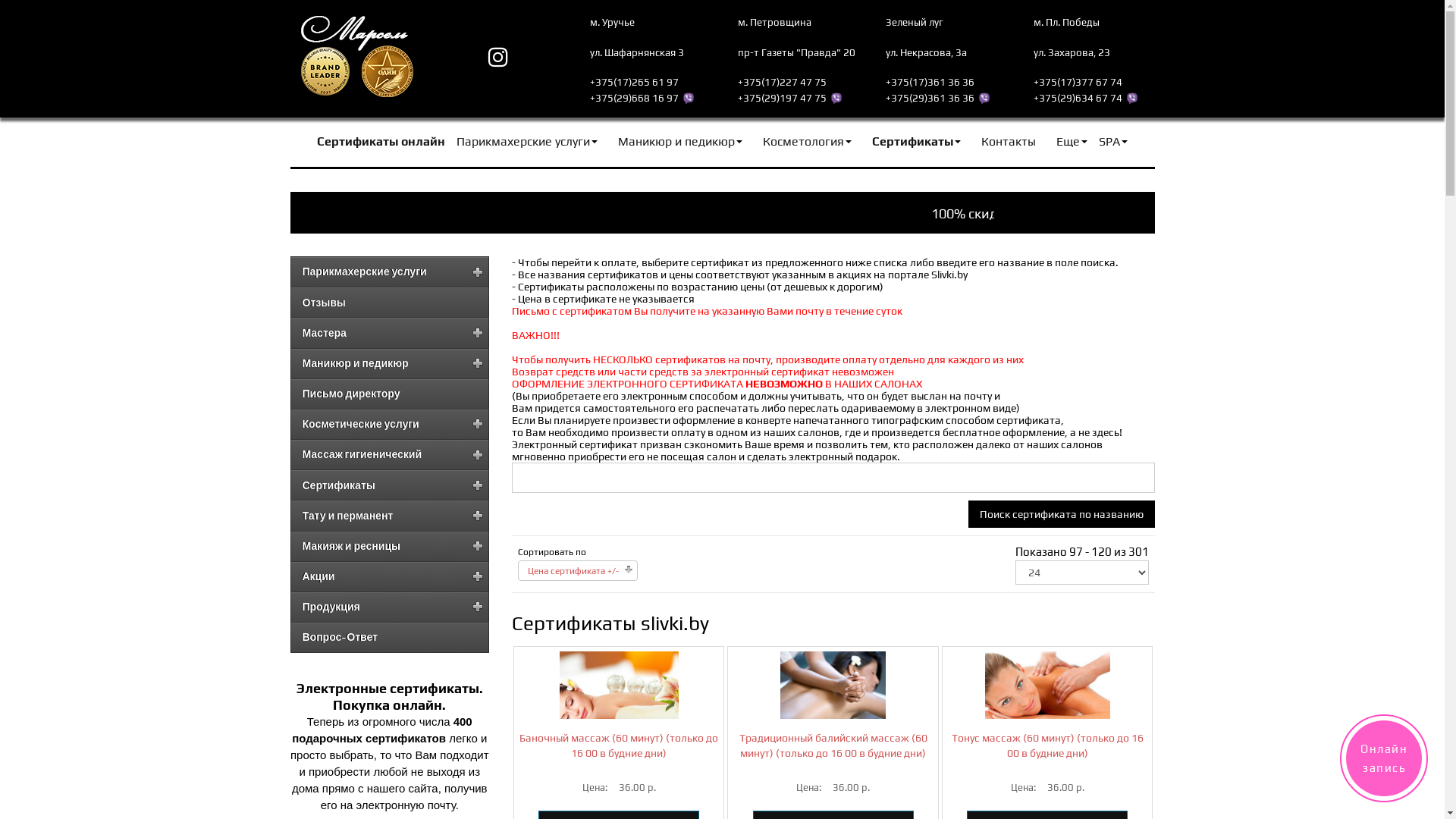 The width and height of the screenshot is (1456, 819). Describe the element at coordinates (1113, 143) in the screenshot. I see `'SPA'` at that location.